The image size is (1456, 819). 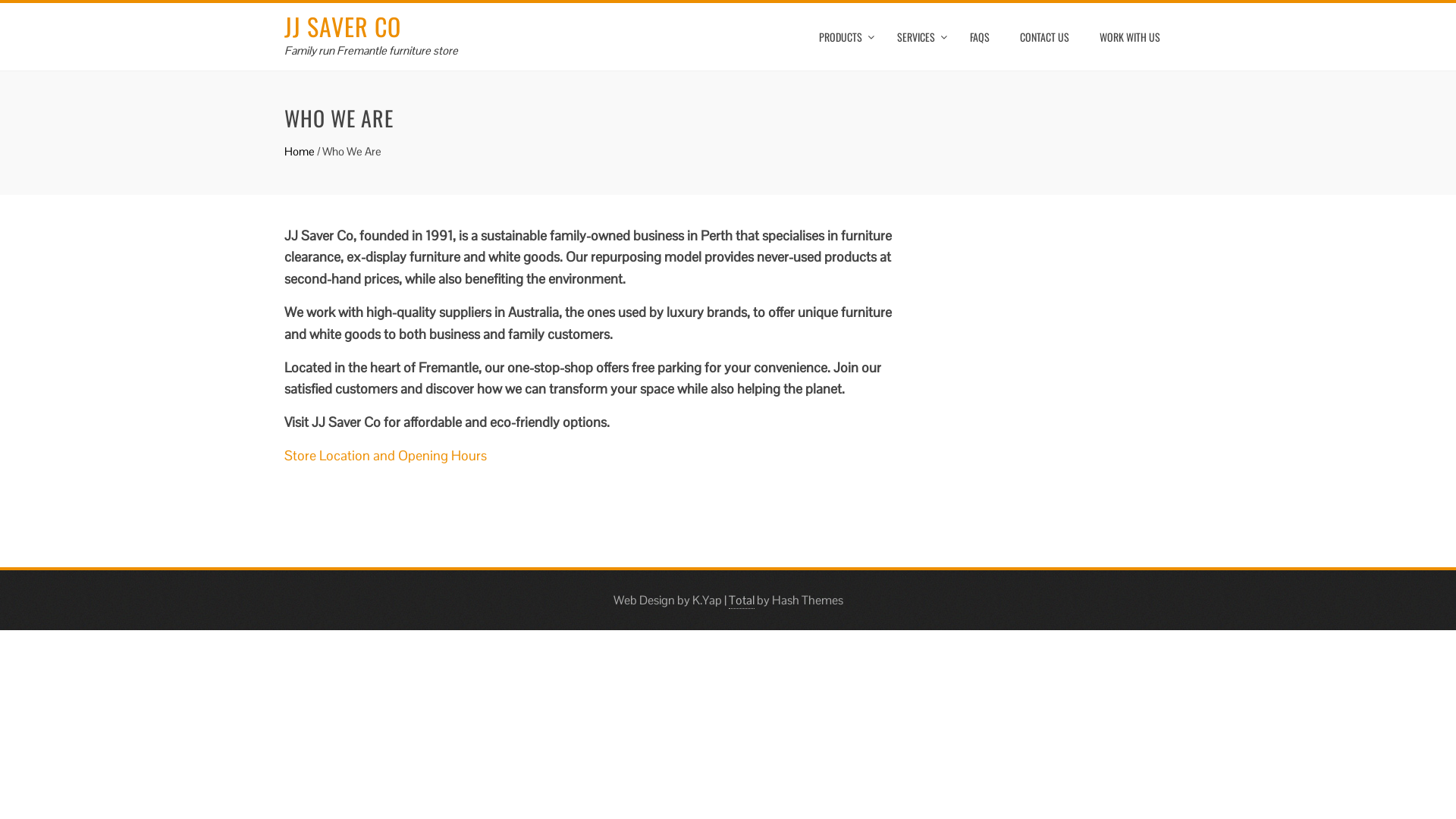 I want to click on 'FAQS', so click(x=979, y=36).